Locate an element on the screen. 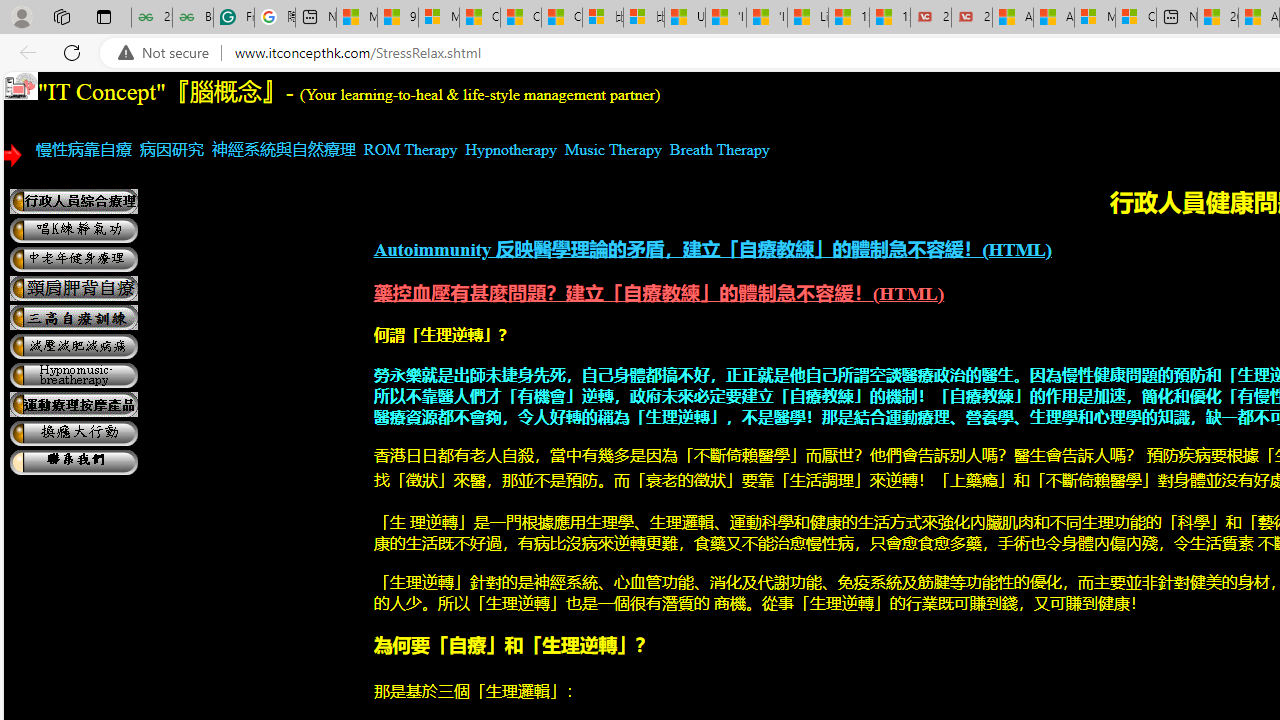 The height and width of the screenshot is (720, 1280). '15 Ways Modern Life Contradicts the Teachings of Jesus' is located at coordinates (889, 17).